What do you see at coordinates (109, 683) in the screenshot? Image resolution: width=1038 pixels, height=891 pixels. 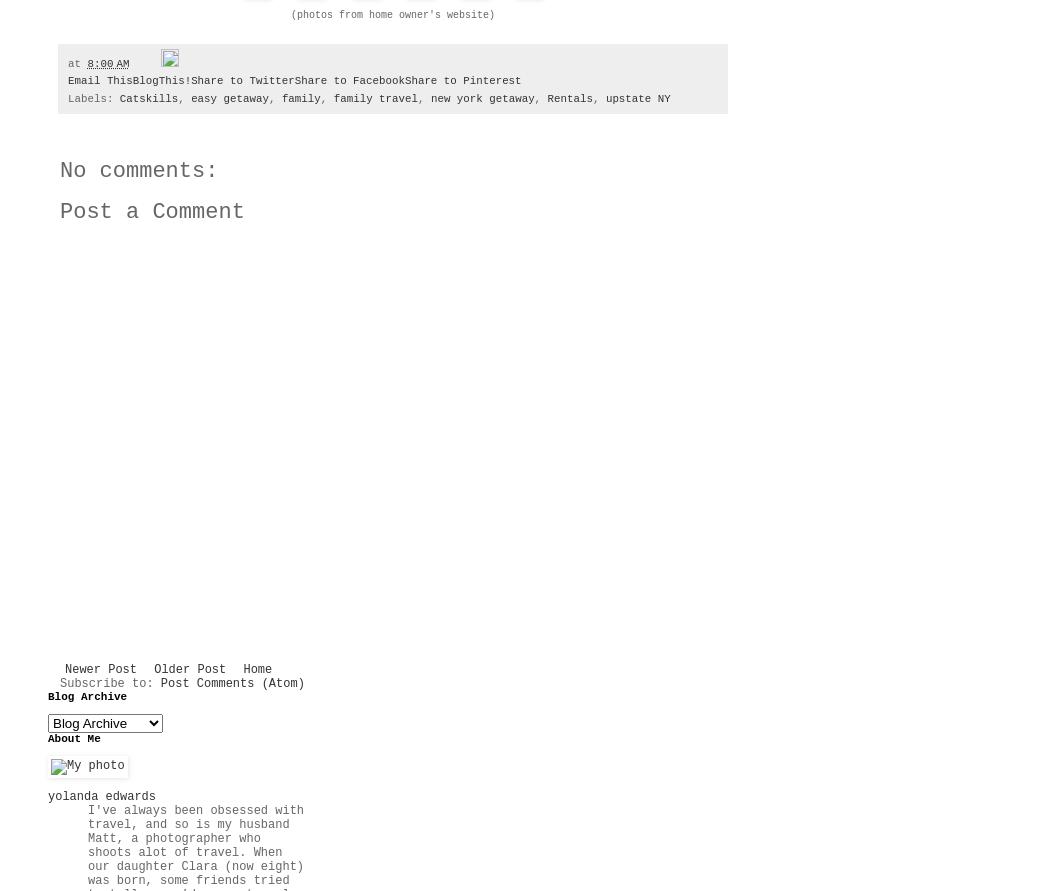 I see `'Subscribe to:'` at bounding box center [109, 683].